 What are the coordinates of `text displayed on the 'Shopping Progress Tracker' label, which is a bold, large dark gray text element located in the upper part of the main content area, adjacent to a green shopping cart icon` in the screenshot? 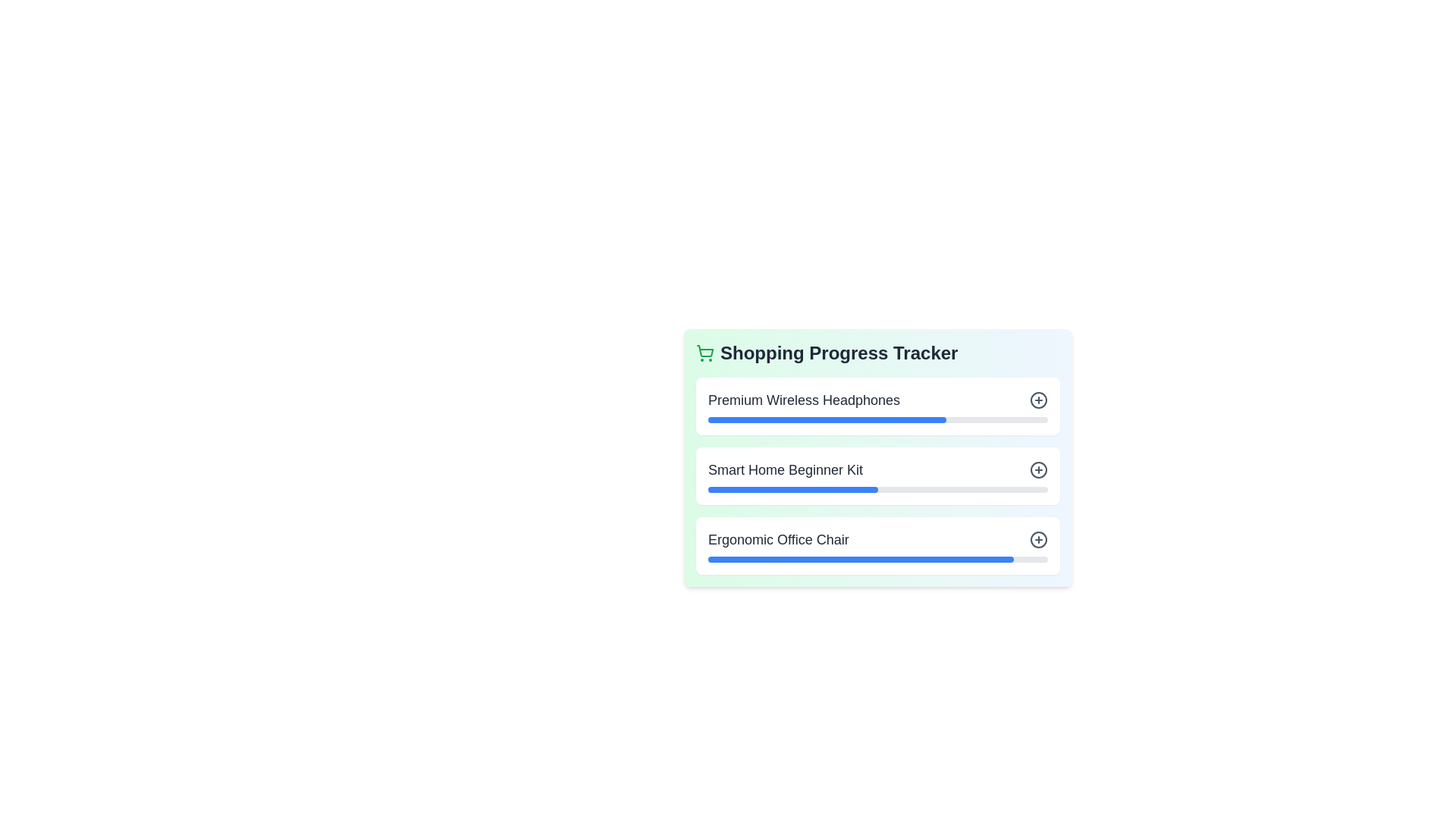 It's located at (838, 353).